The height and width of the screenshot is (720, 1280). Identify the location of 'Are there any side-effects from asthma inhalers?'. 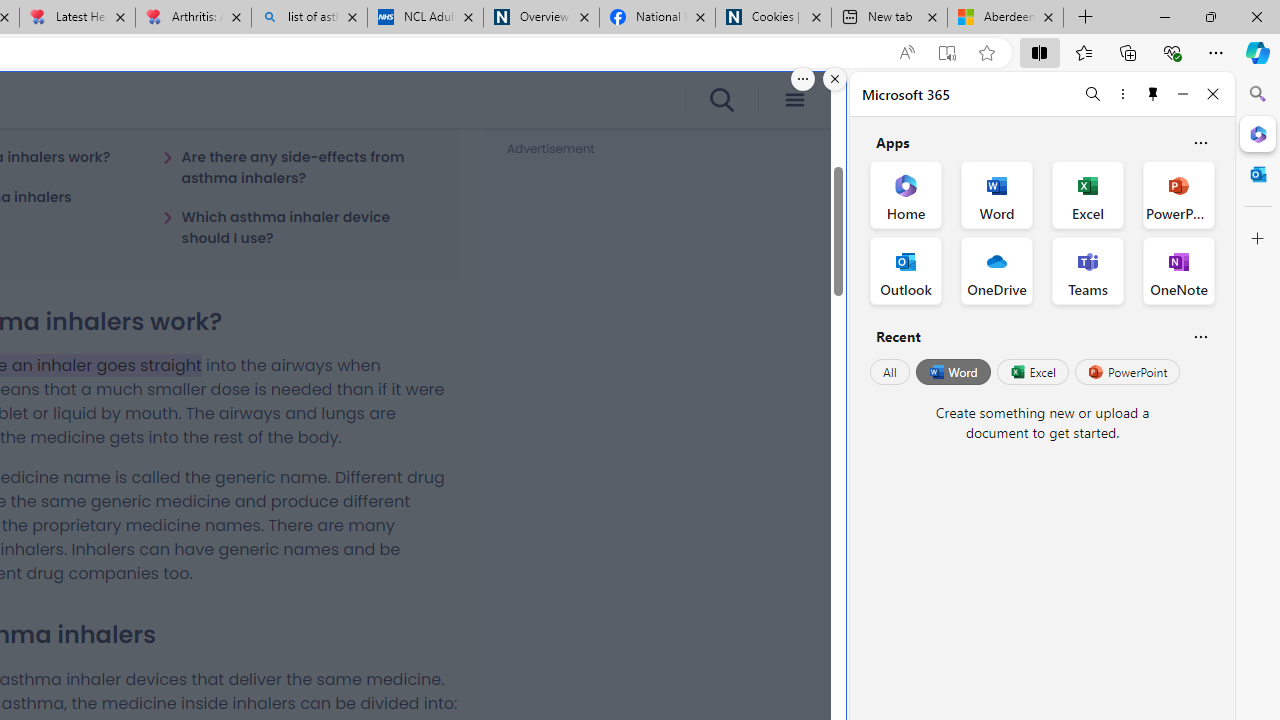
(297, 166).